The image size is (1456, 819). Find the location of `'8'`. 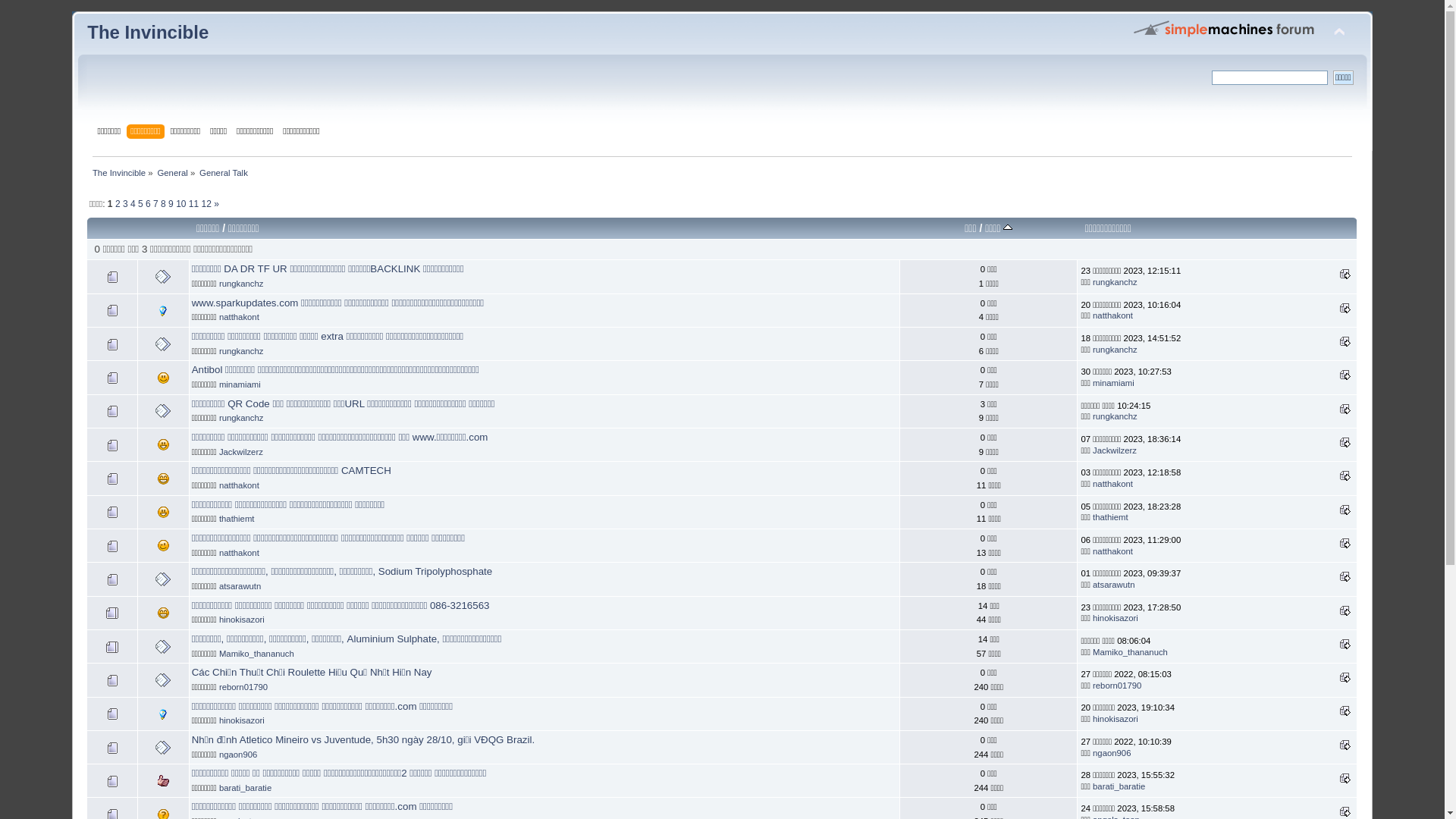

'8' is located at coordinates (163, 203).